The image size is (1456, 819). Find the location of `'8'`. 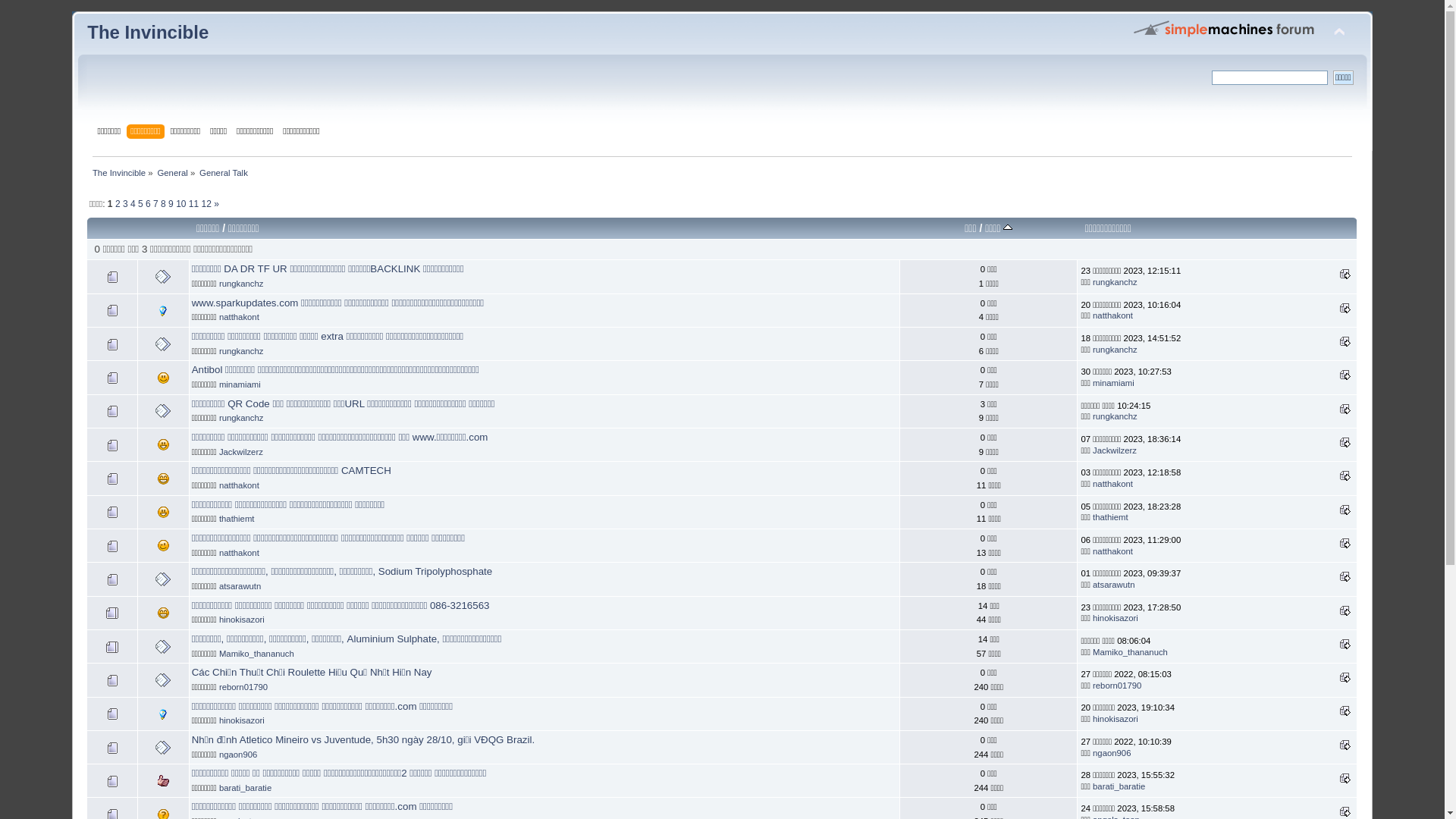

'8' is located at coordinates (163, 203).